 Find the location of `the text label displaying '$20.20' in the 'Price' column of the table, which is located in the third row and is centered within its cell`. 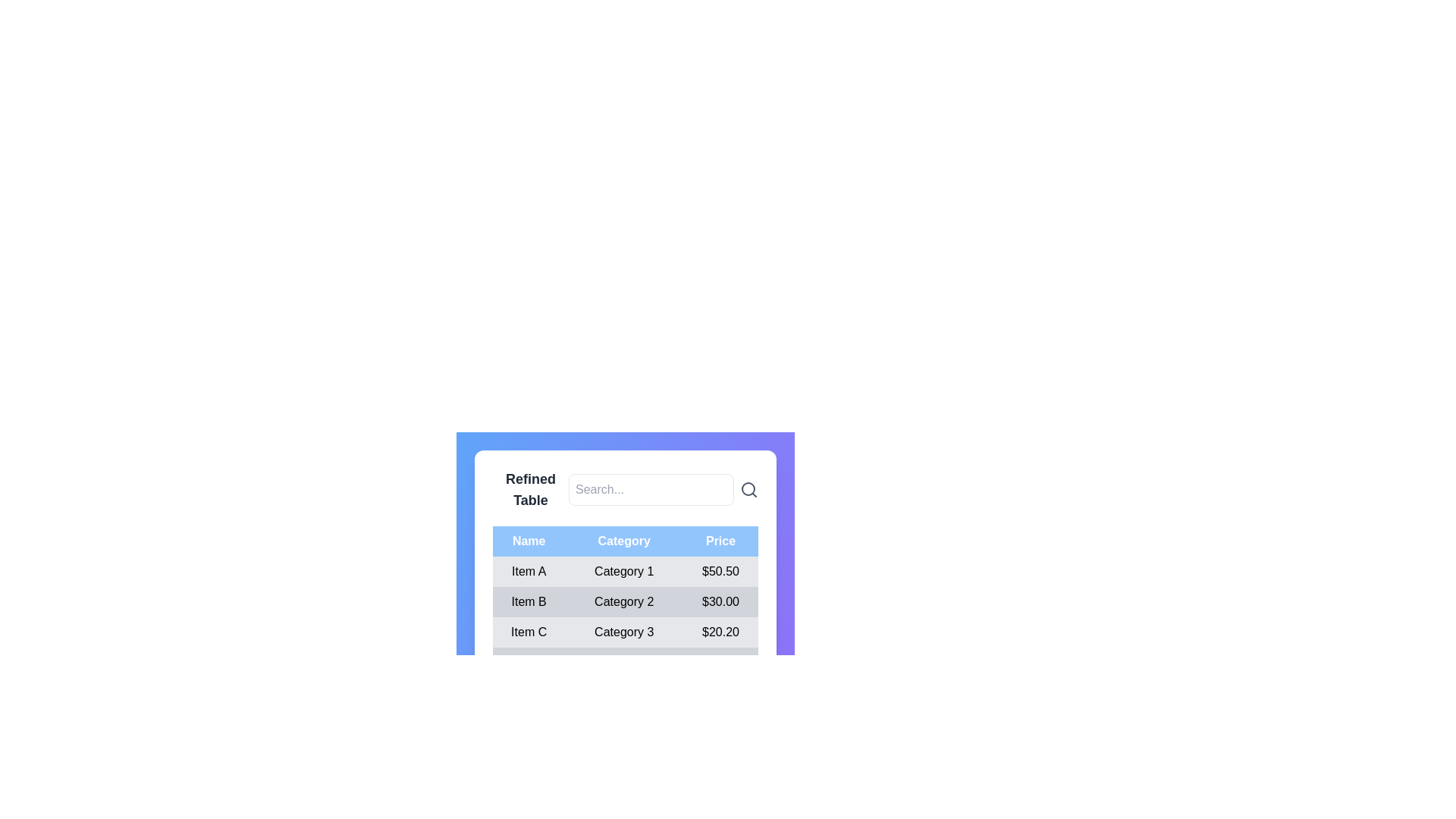

the text label displaying '$20.20' in the 'Price' column of the table, which is located in the third row and is centered within its cell is located at coordinates (720, 632).